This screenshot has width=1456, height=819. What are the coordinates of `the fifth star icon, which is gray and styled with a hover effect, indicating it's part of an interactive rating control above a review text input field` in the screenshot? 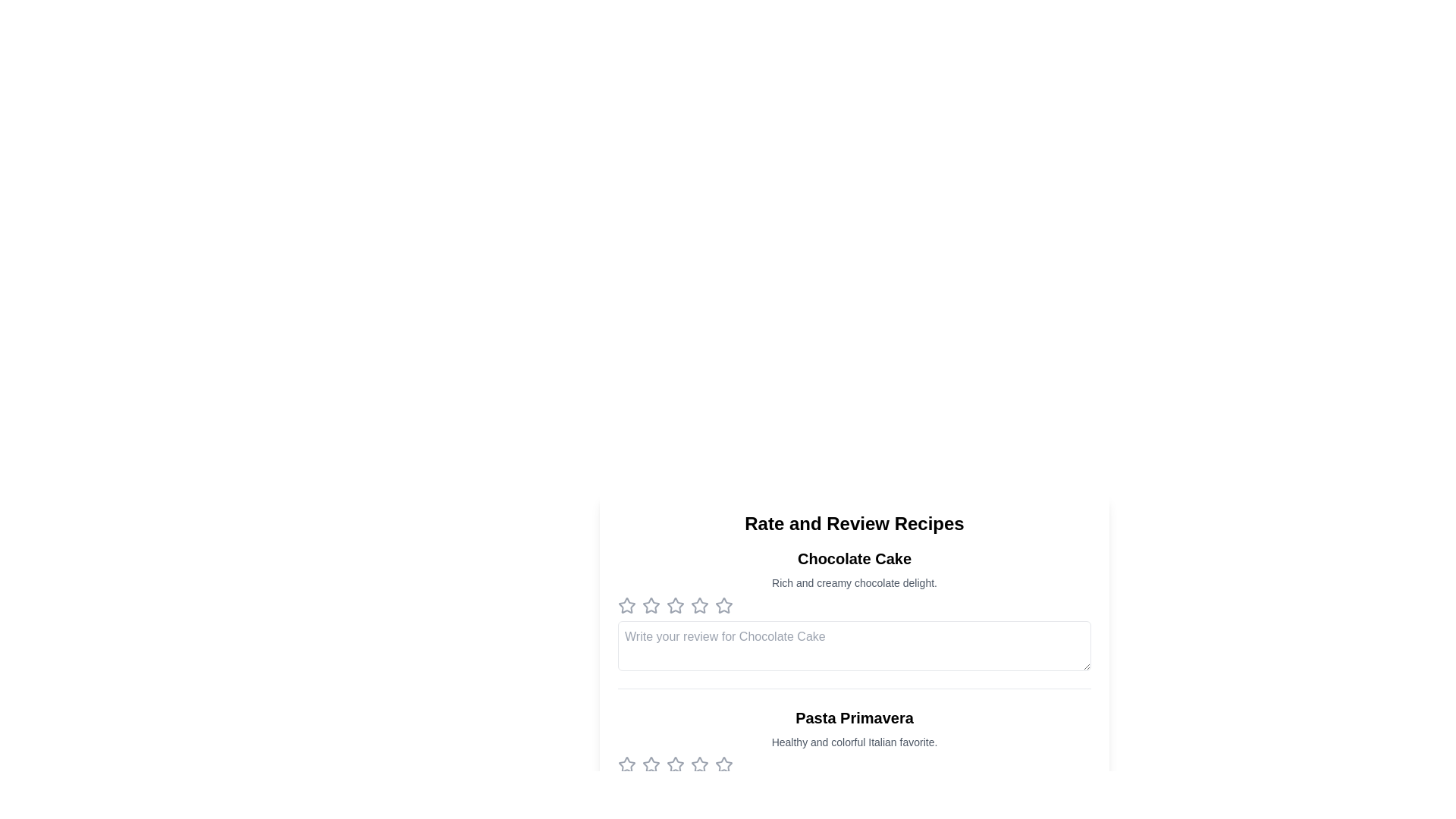 It's located at (675, 604).